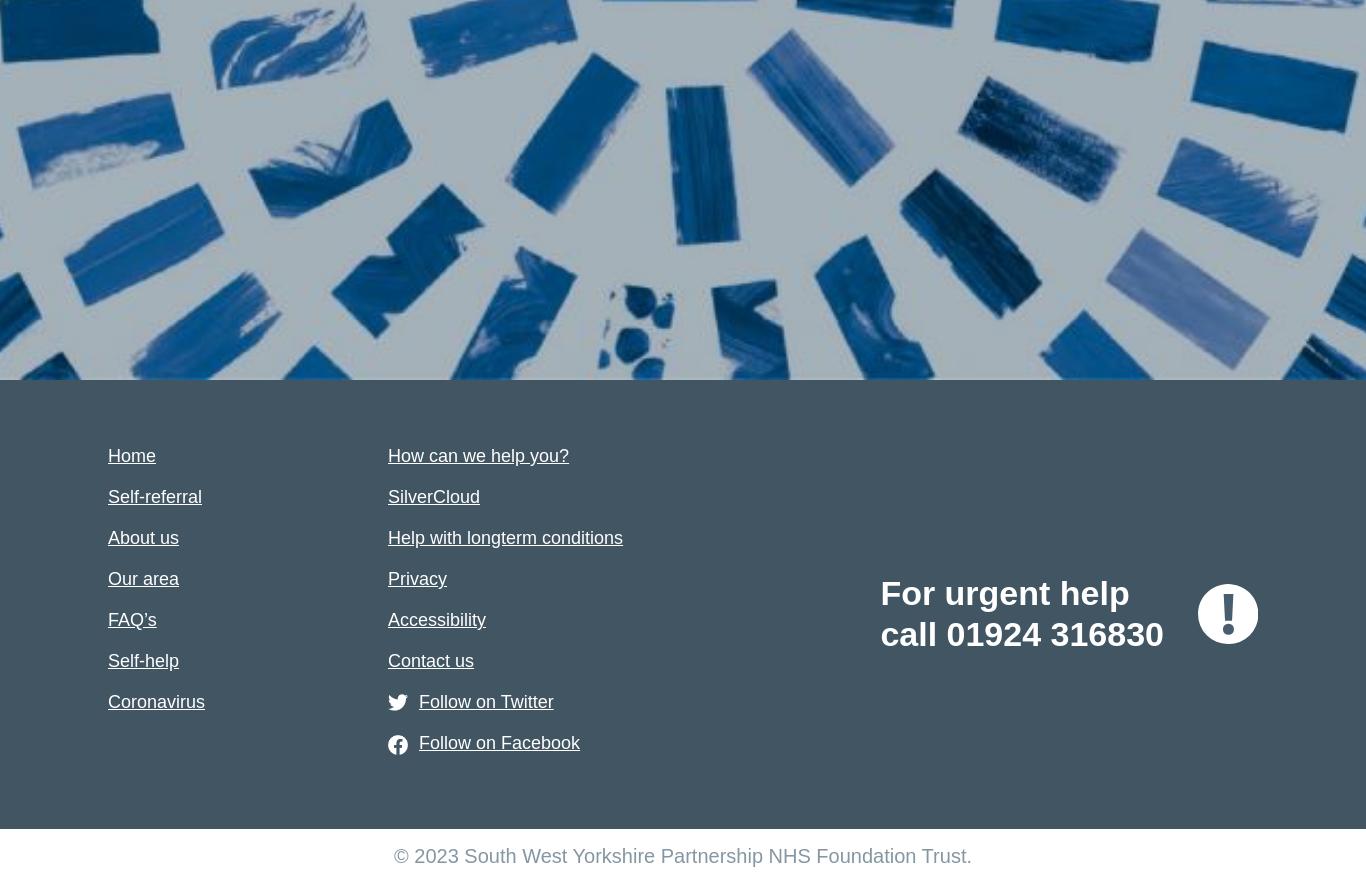  Describe the element at coordinates (142, 577) in the screenshot. I see `'Our area'` at that location.